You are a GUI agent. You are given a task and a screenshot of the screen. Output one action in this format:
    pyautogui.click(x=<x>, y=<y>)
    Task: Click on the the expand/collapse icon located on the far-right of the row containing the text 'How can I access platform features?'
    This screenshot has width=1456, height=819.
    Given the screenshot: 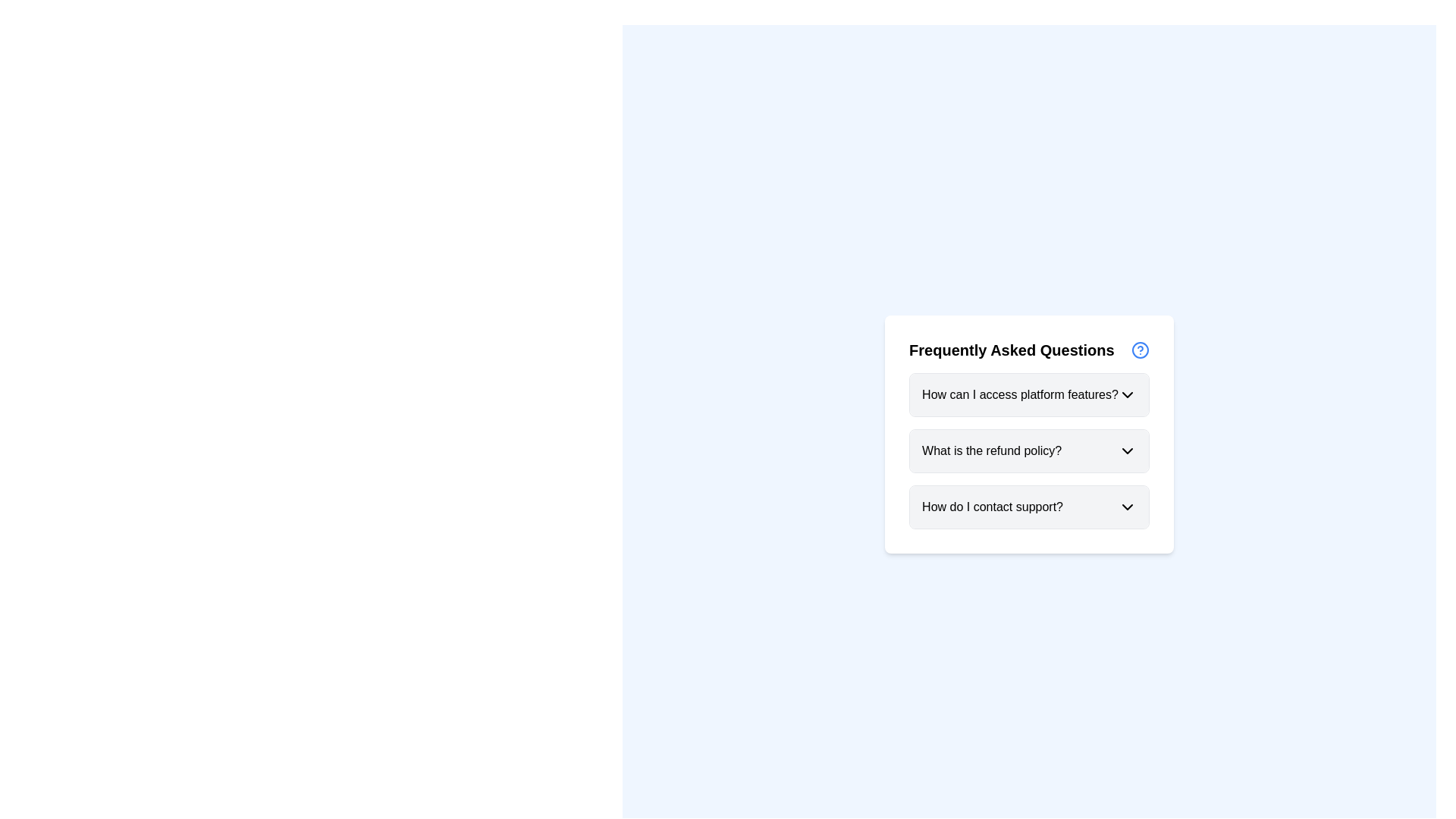 What is the action you would take?
    pyautogui.click(x=1127, y=394)
    